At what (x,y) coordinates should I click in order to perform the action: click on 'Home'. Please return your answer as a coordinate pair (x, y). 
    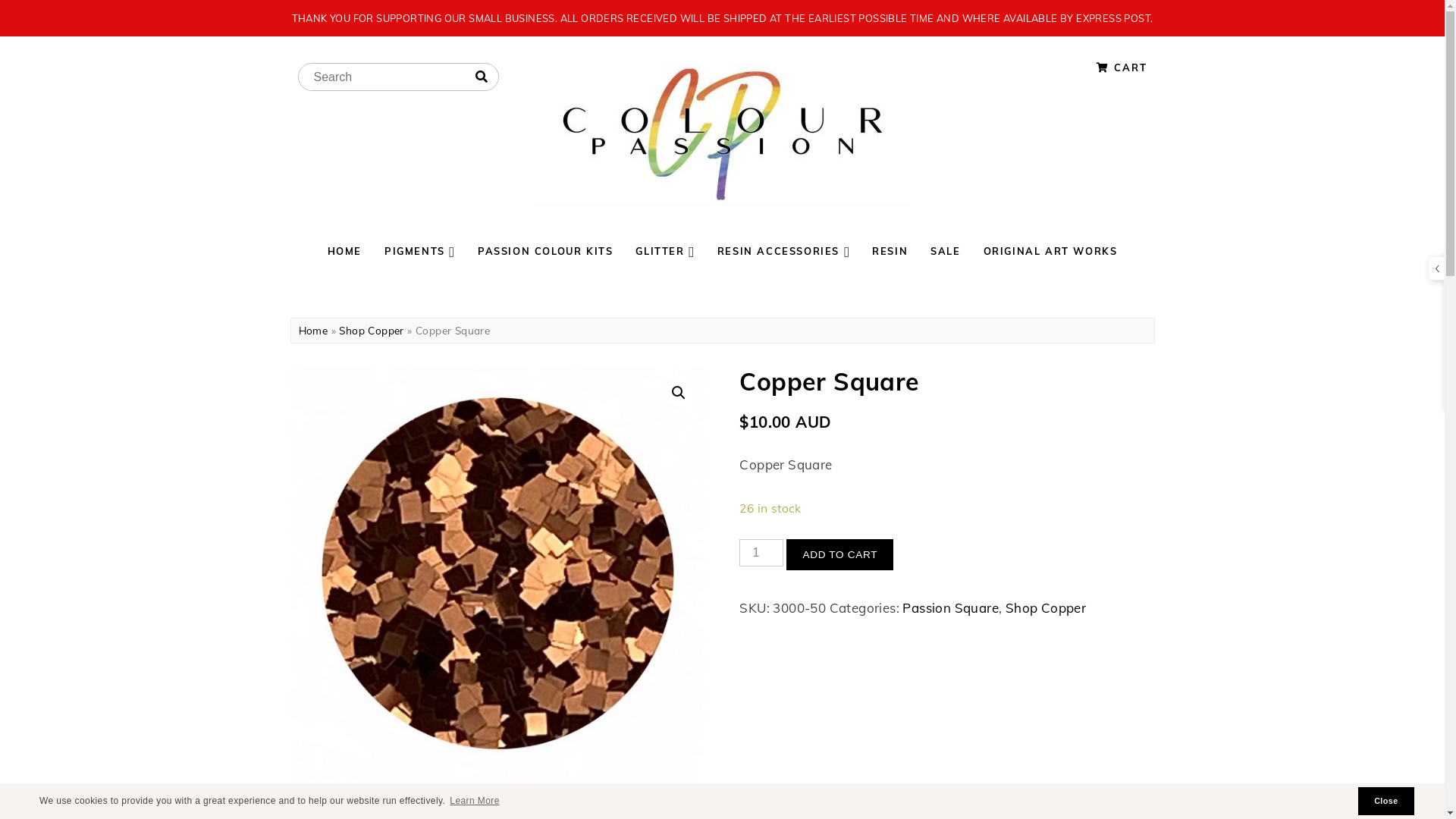
    Looking at the image, I should click on (312, 329).